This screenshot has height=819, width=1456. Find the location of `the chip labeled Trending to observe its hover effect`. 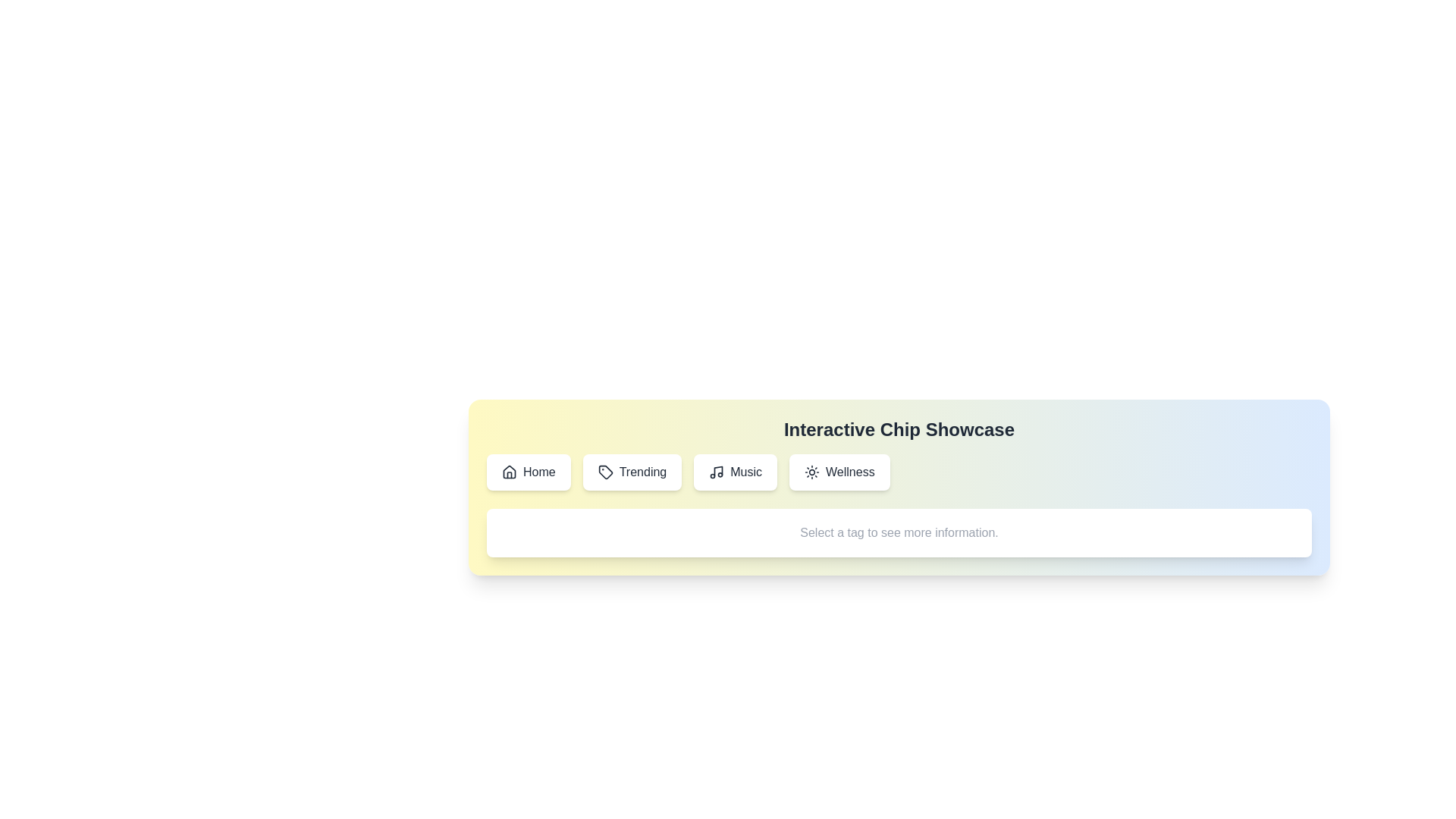

the chip labeled Trending to observe its hover effect is located at coordinates (632, 472).